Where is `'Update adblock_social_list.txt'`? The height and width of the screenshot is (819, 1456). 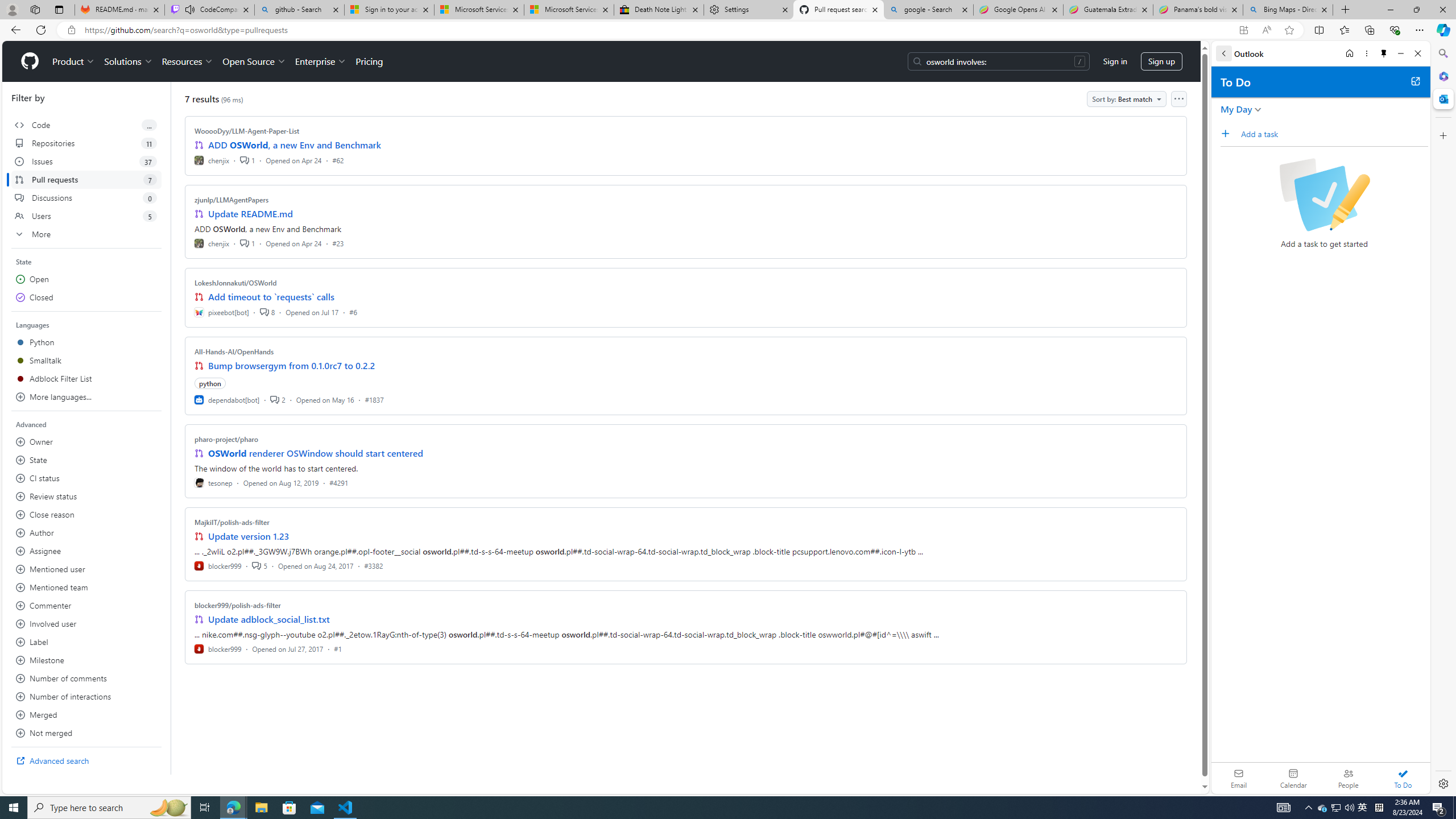
'Update adblock_social_list.txt' is located at coordinates (268, 619).